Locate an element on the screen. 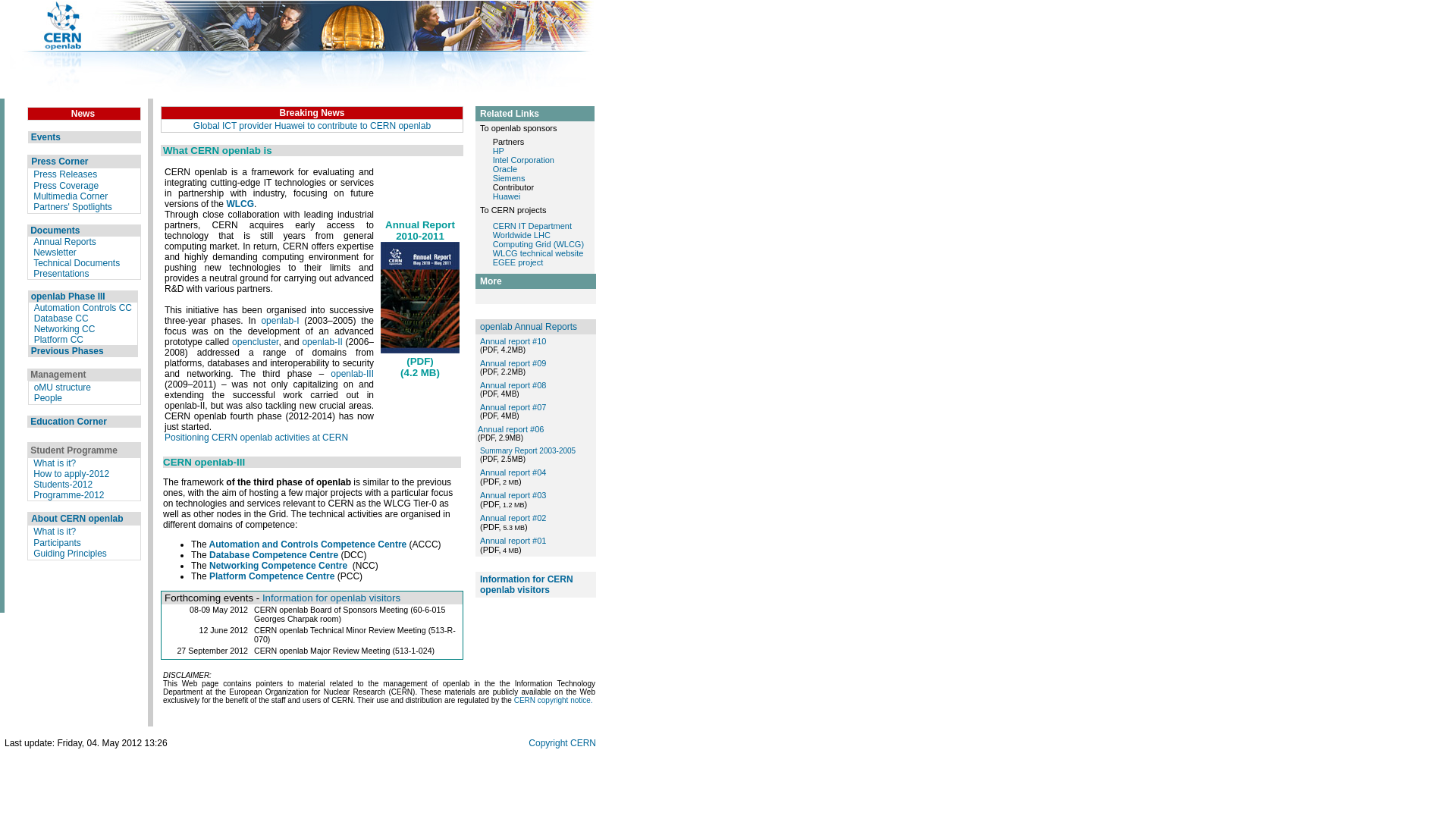 The image size is (1456, 819). 'Annual report #02' is located at coordinates (479, 516).